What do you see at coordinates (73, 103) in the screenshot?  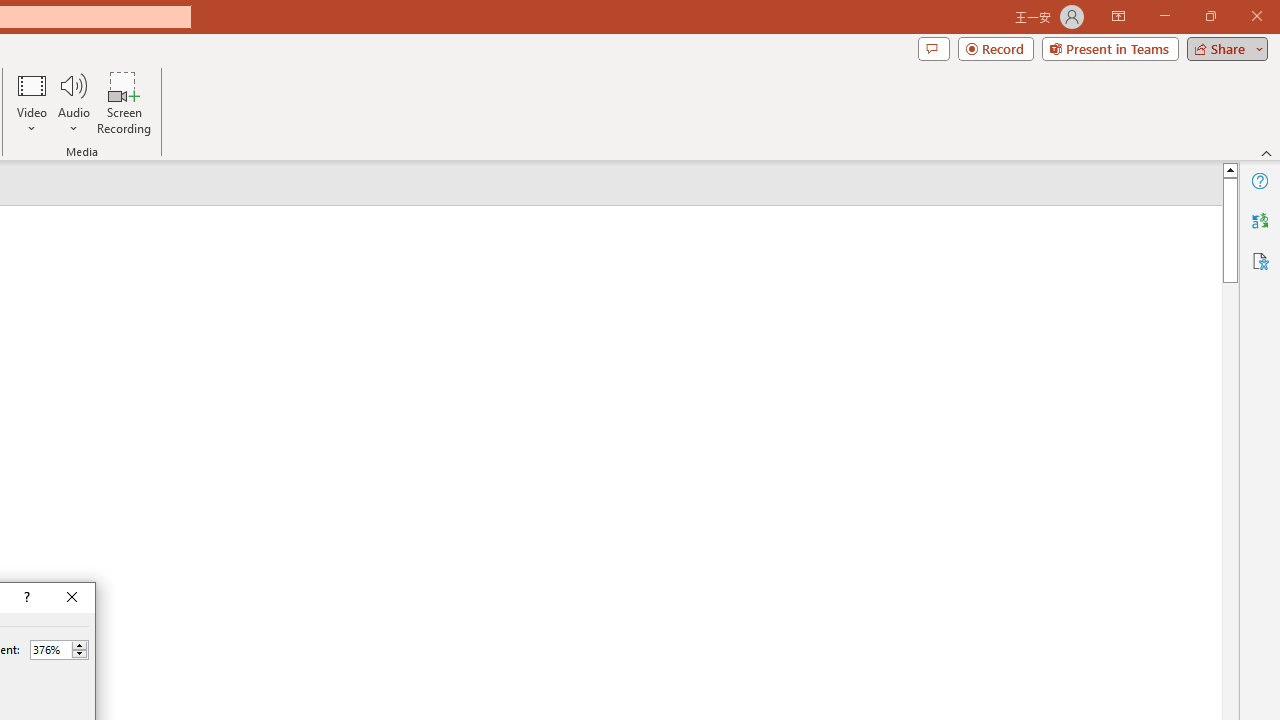 I see `'Audio'` at bounding box center [73, 103].